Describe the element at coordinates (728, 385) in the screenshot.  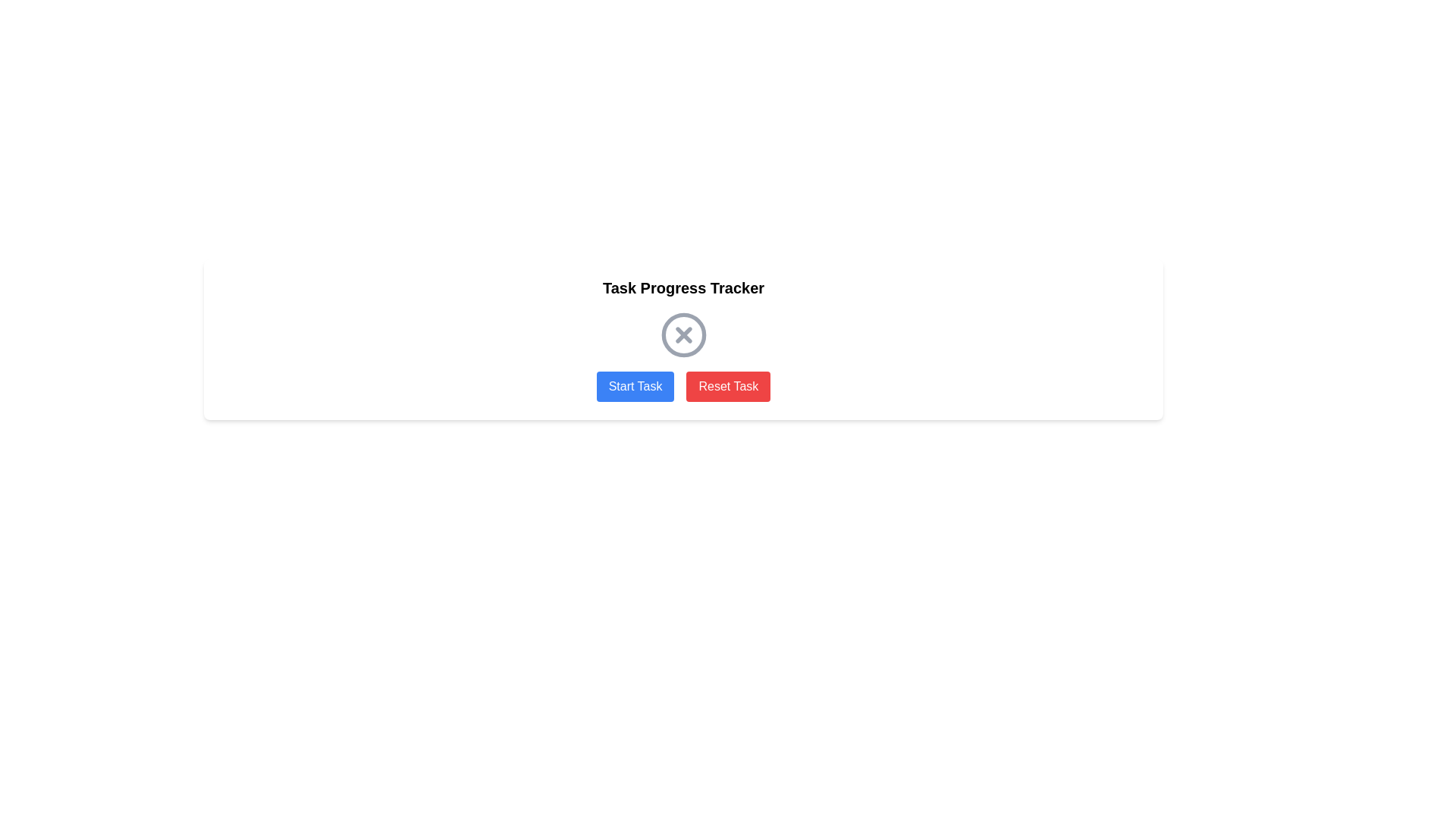
I see `the red 'Reset Task' button located below the 'Task Progress Tracker' text and to the right of the 'Start Task' button to reset the task` at that location.